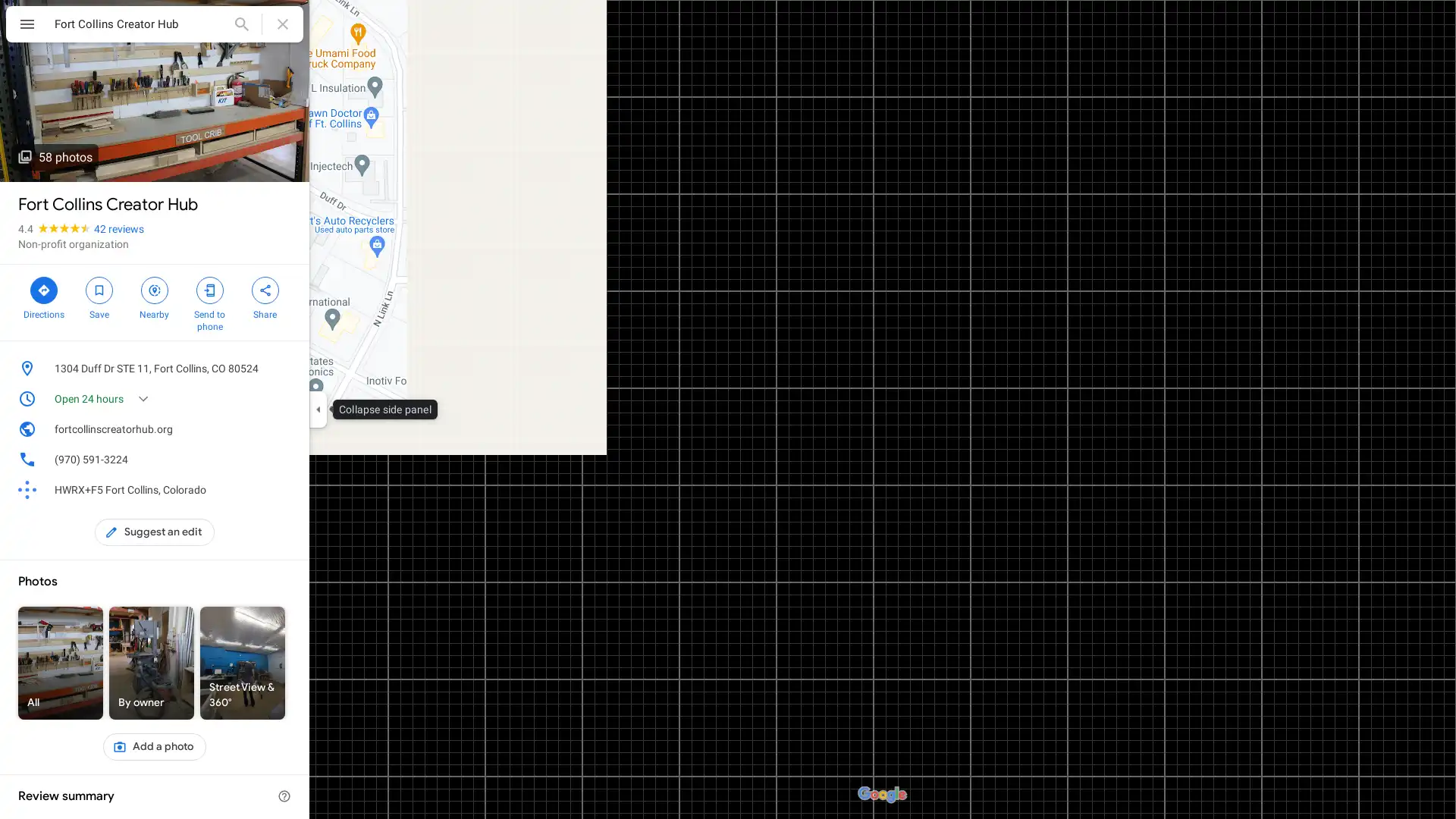  What do you see at coordinates (261, 489) in the screenshot?
I see `Copy plus code` at bounding box center [261, 489].